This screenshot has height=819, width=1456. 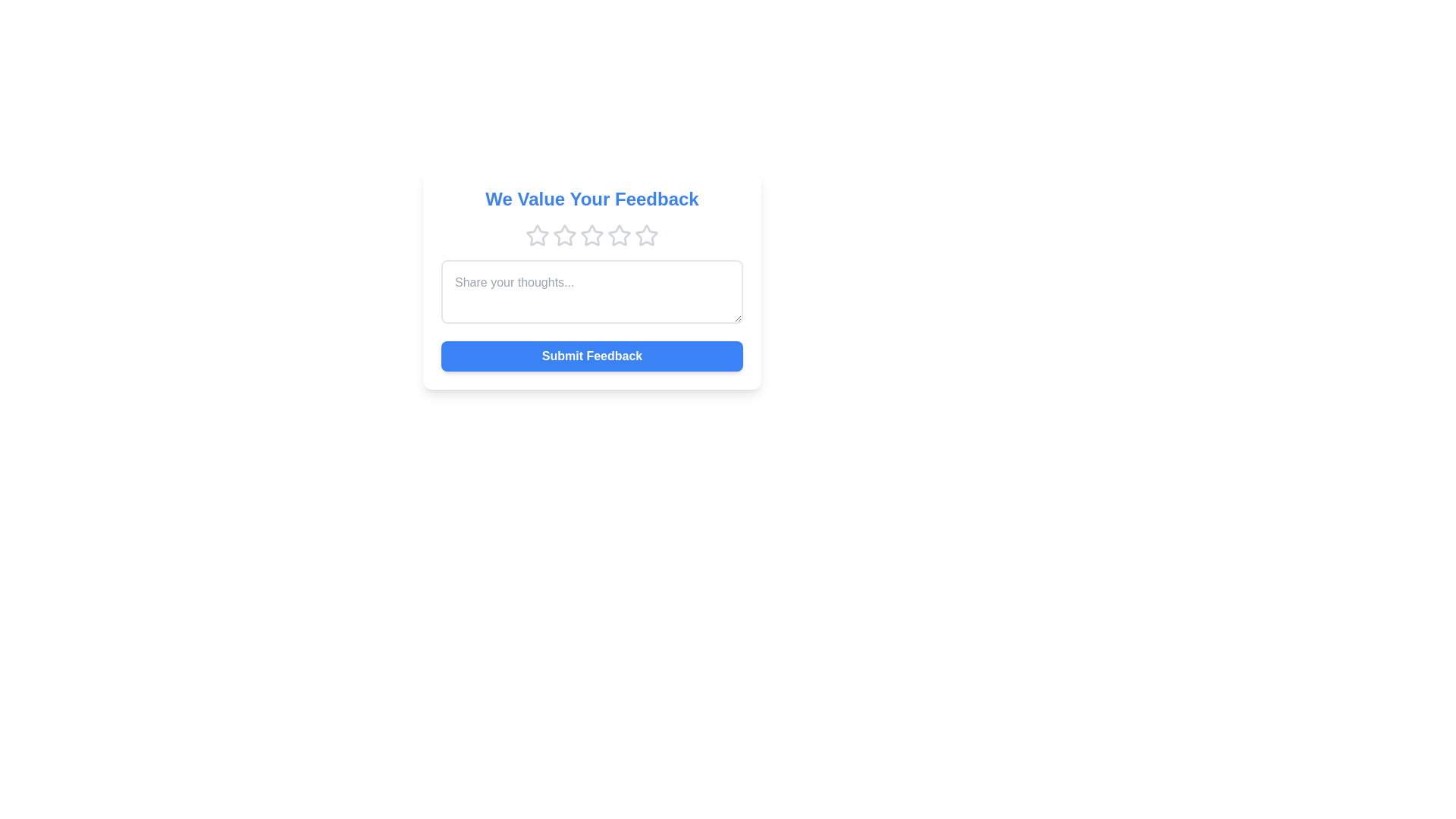 What do you see at coordinates (647, 236) in the screenshot?
I see `the star corresponding to the desired rating 5` at bounding box center [647, 236].